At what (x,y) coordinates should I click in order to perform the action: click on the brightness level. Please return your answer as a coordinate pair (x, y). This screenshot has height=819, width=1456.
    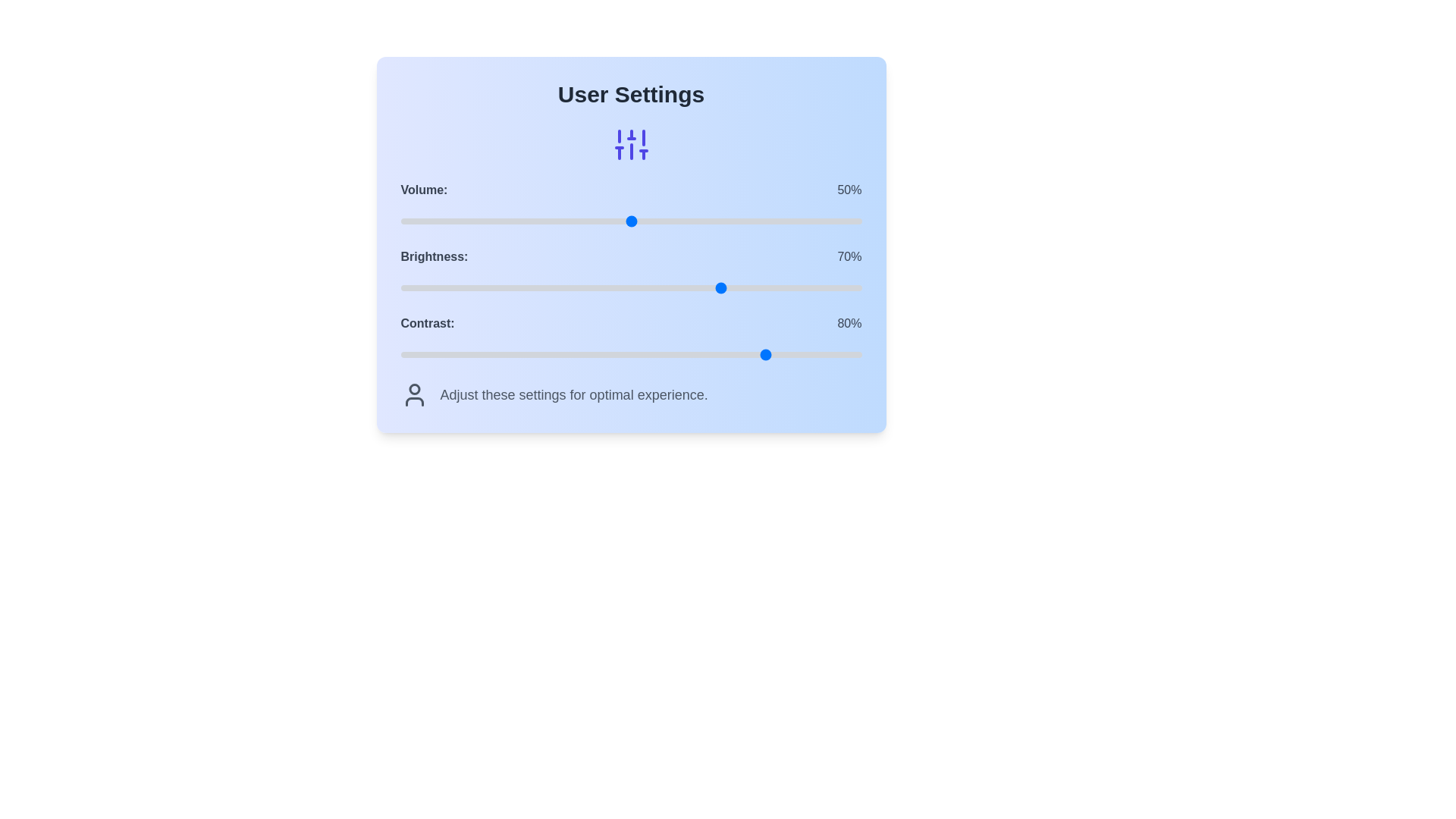
    Looking at the image, I should click on (713, 288).